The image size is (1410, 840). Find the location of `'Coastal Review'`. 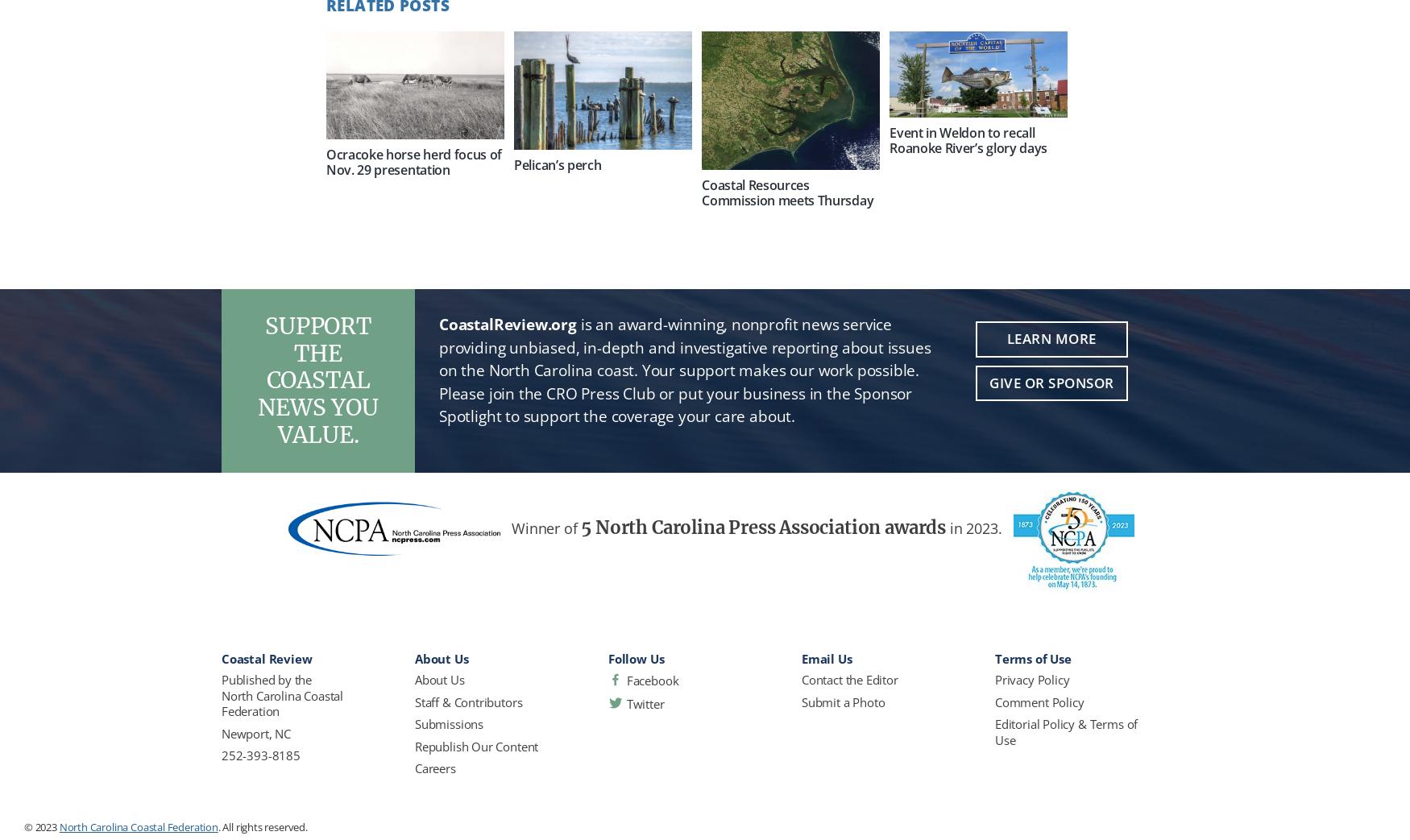

'Coastal Review' is located at coordinates (266, 658).